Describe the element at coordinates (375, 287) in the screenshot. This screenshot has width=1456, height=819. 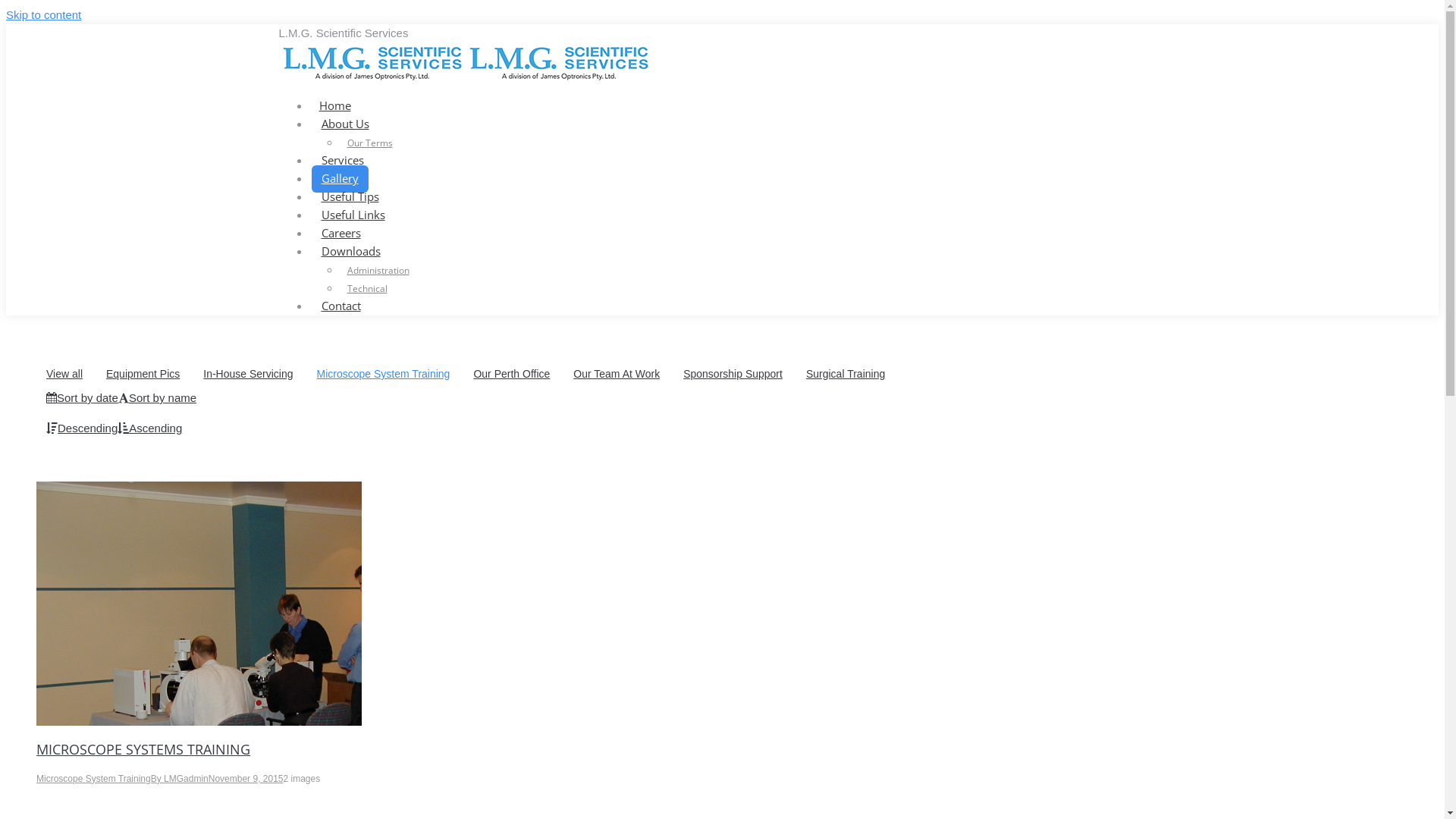
I see `'Technical'` at that location.